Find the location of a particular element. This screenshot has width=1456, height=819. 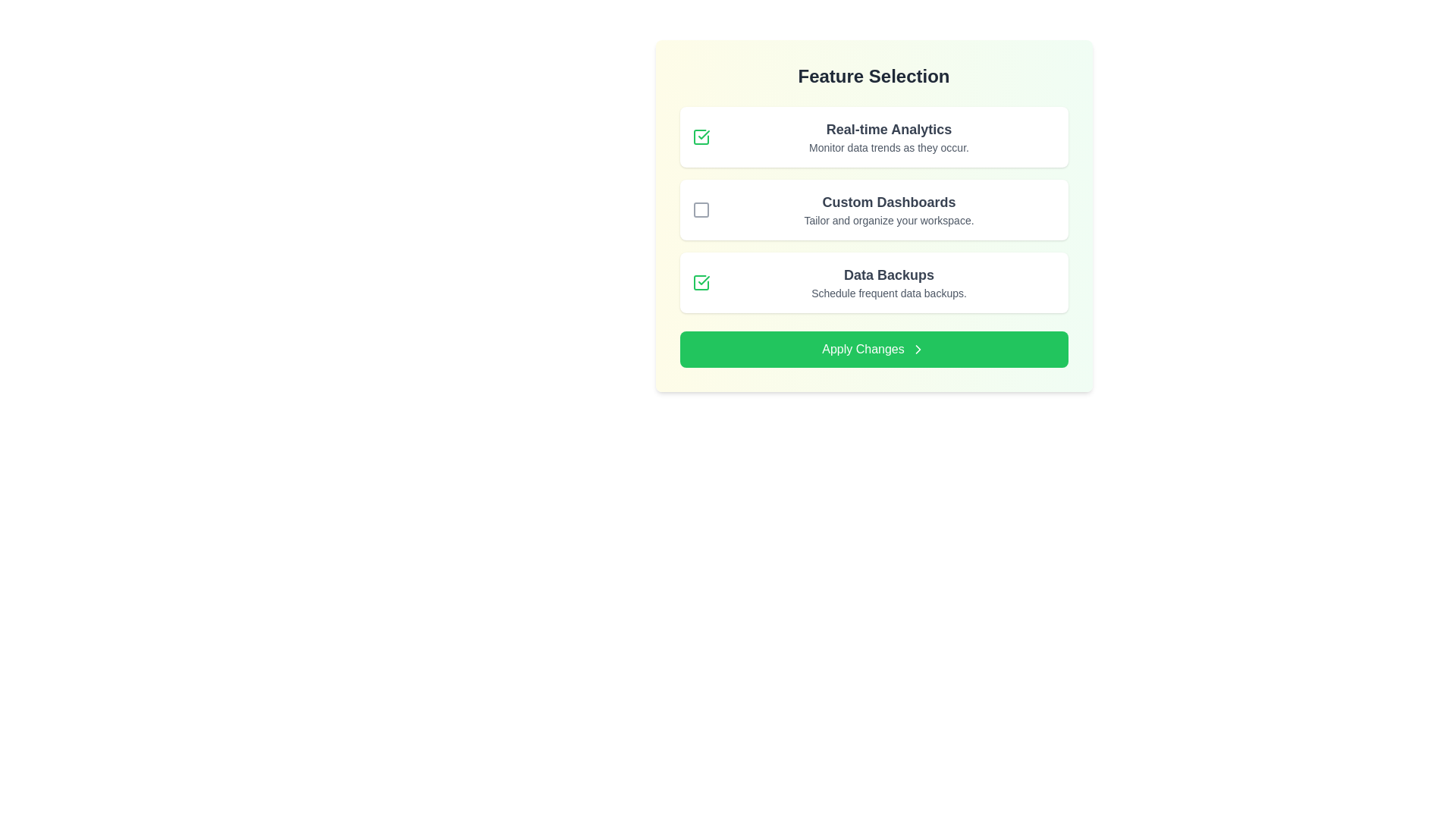

the text label displaying 'Schedule frequent data backups.' which is positioned directly beneath the 'Data Backups' text in the interface is located at coordinates (889, 293).